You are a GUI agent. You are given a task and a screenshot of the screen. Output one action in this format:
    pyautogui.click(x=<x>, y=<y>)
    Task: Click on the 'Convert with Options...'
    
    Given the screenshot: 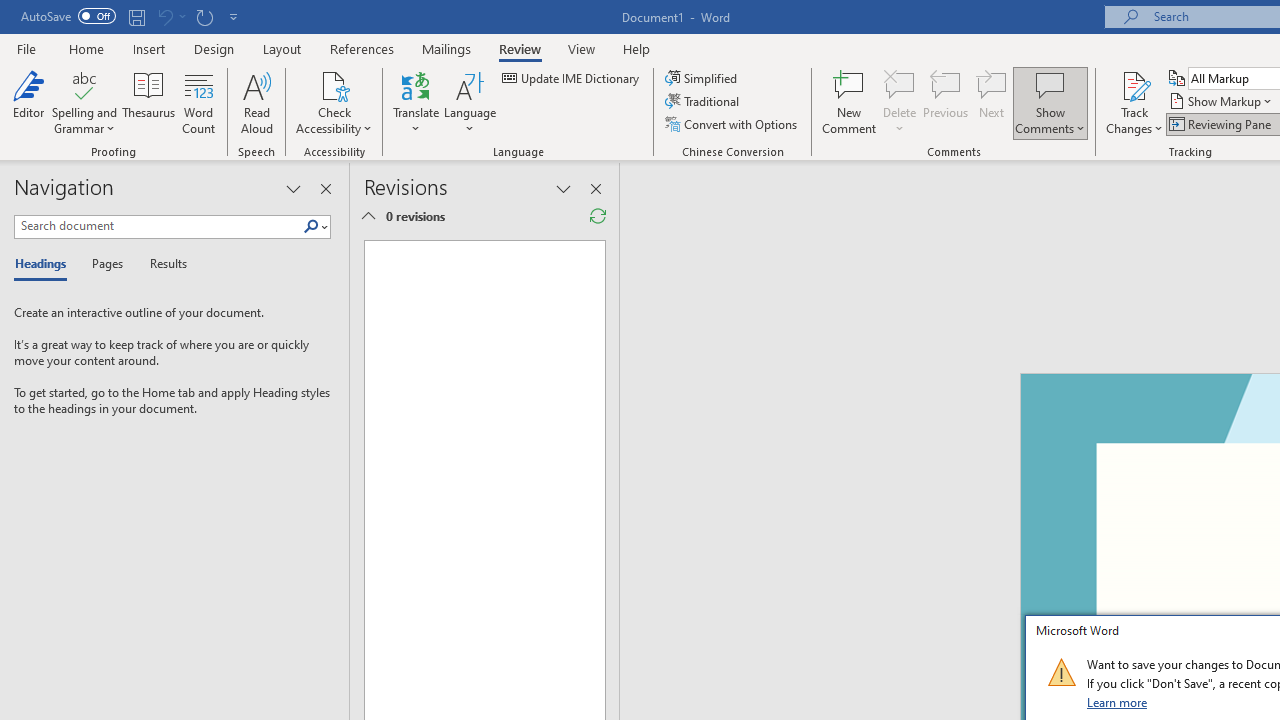 What is the action you would take?
    pyautogui.click(x=731, y=124)
    